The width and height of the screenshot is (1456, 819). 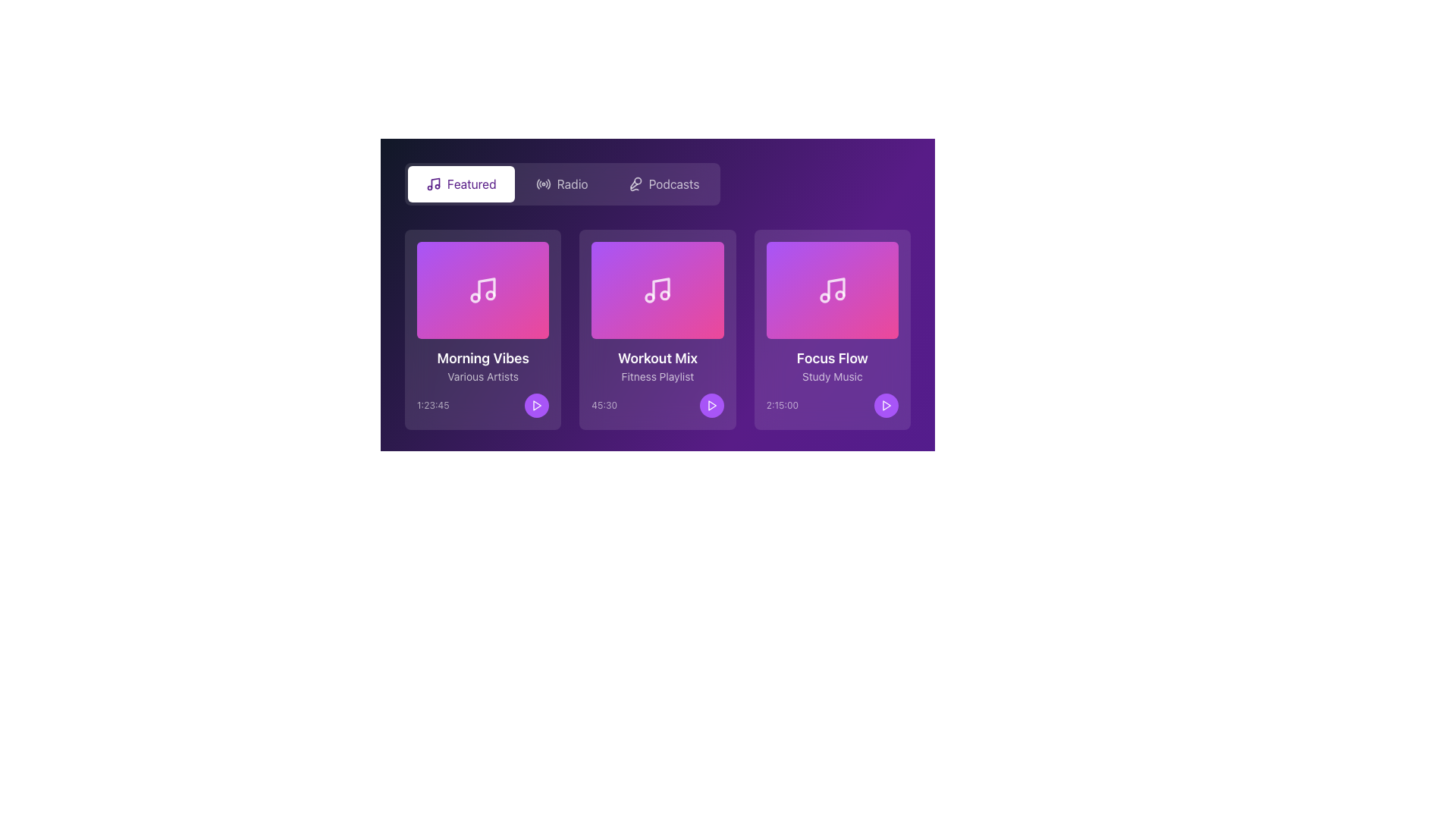 I want to click on the leftmost small circle of the decorative music note icon inside the 'Focus Flow' card, which is the third card from the left in the row below the main navigation bar, so click(x=824, y=298).